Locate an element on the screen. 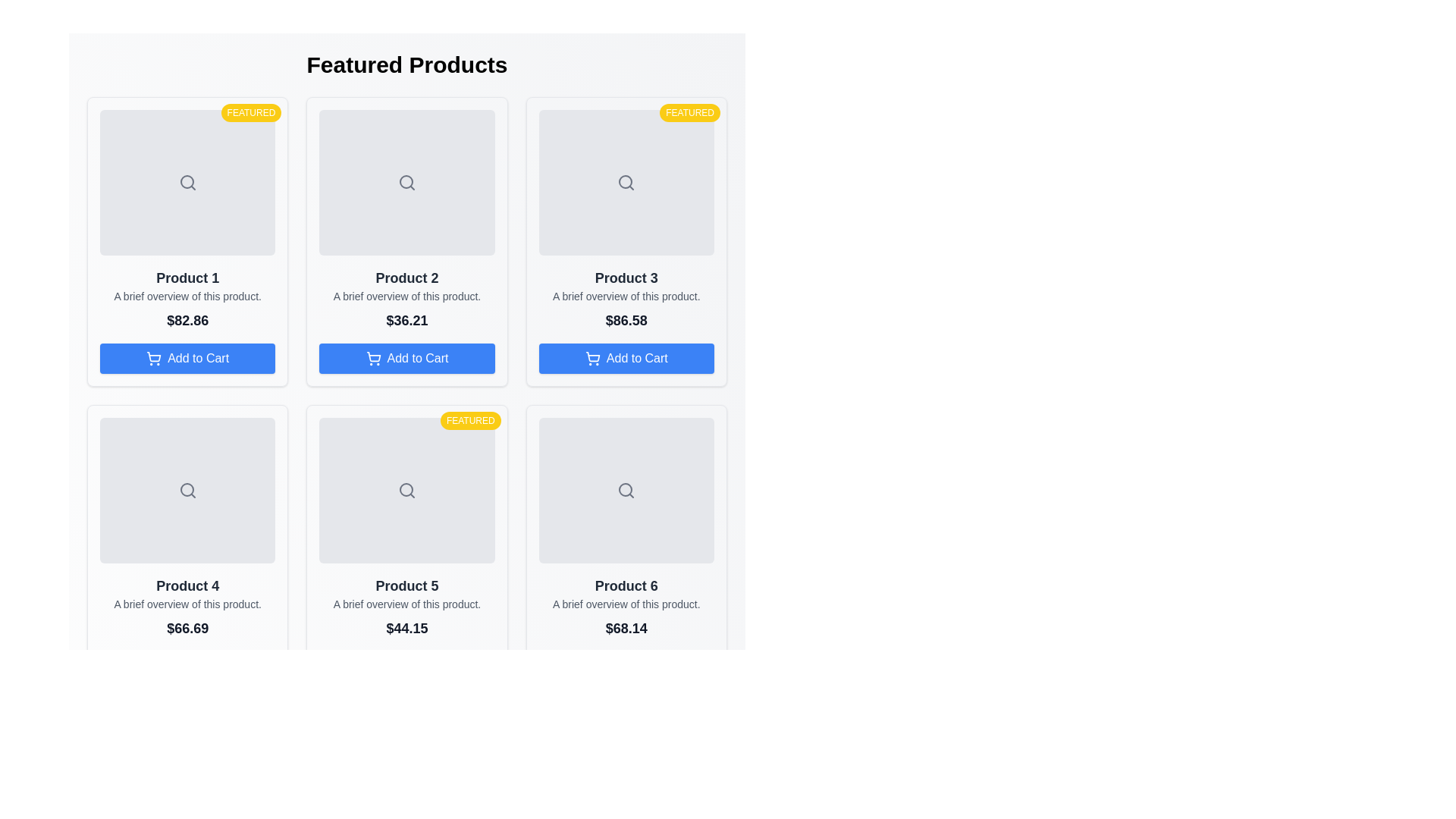 This screenshot has width=1456, height=819. the text element displaying 'Product 6', which is styled in bold, larger dark gray font and is positioned within the product card layout is located at coordinates (626, 585).